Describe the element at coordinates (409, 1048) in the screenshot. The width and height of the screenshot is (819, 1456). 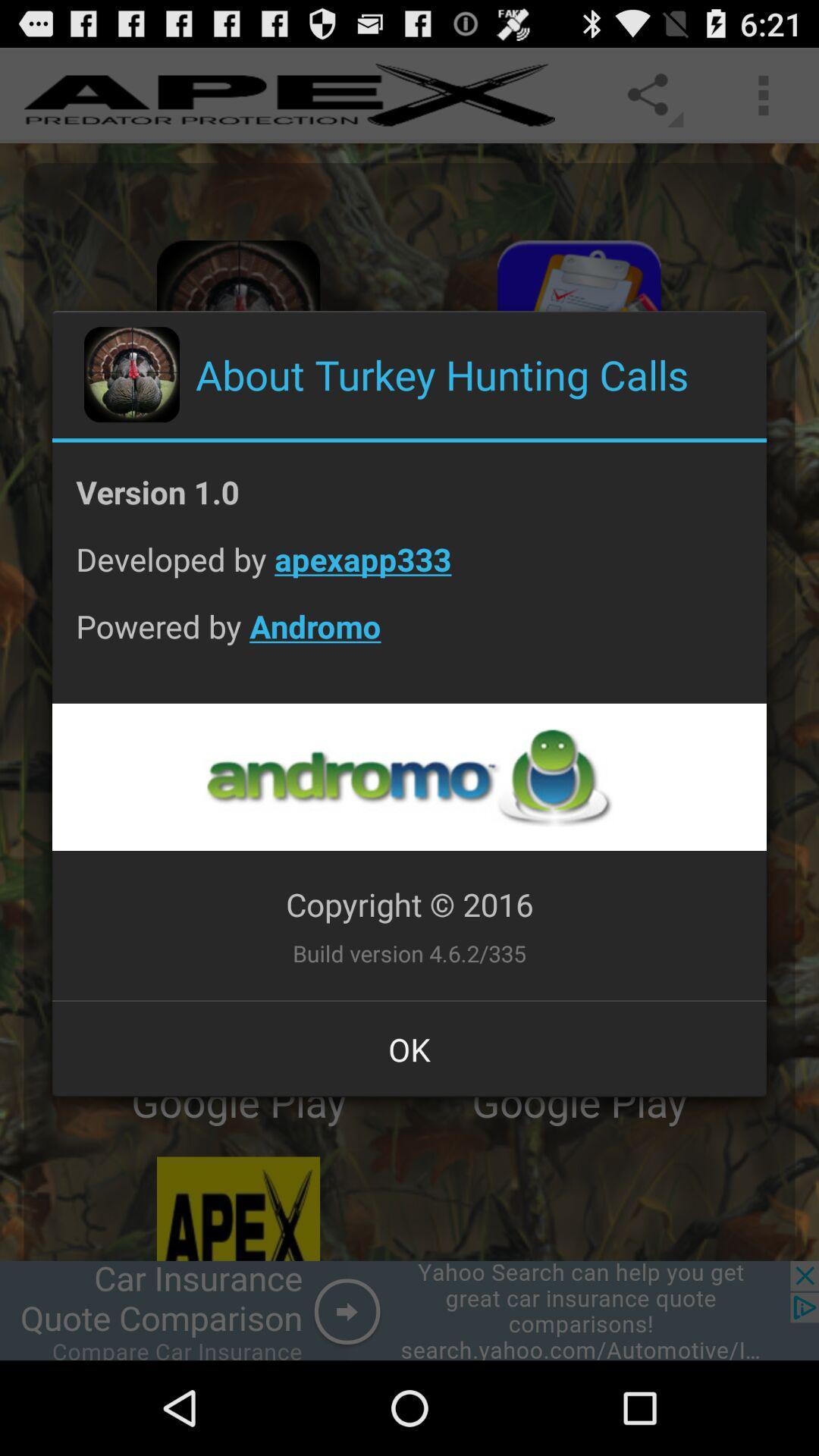
I see `the button at the bottom` at that location.